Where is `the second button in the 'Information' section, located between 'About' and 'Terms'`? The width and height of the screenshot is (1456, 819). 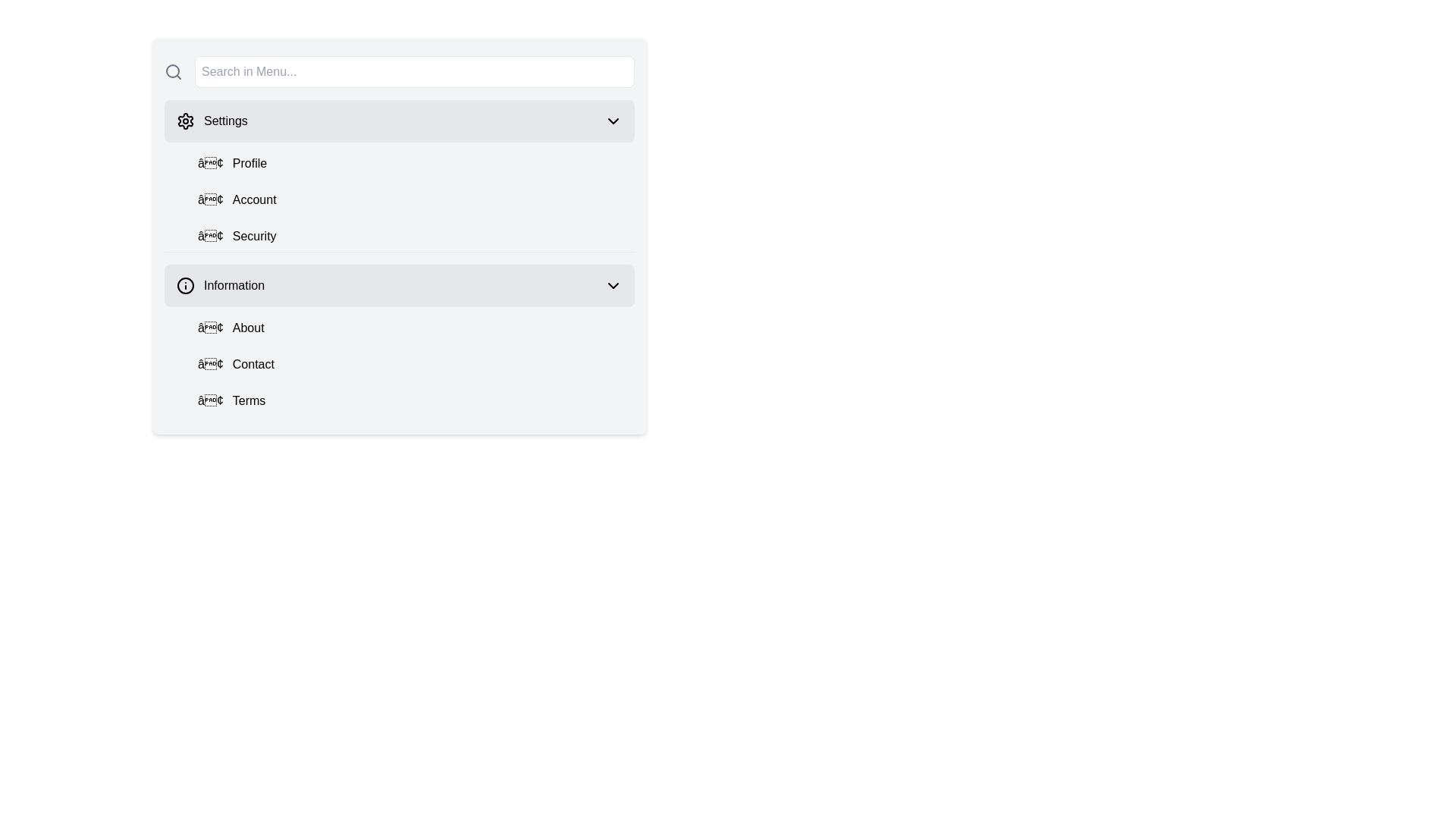
the second button in the 'Information' section, located between 'About' and 'Terms' is located at coordinates (400, 365).